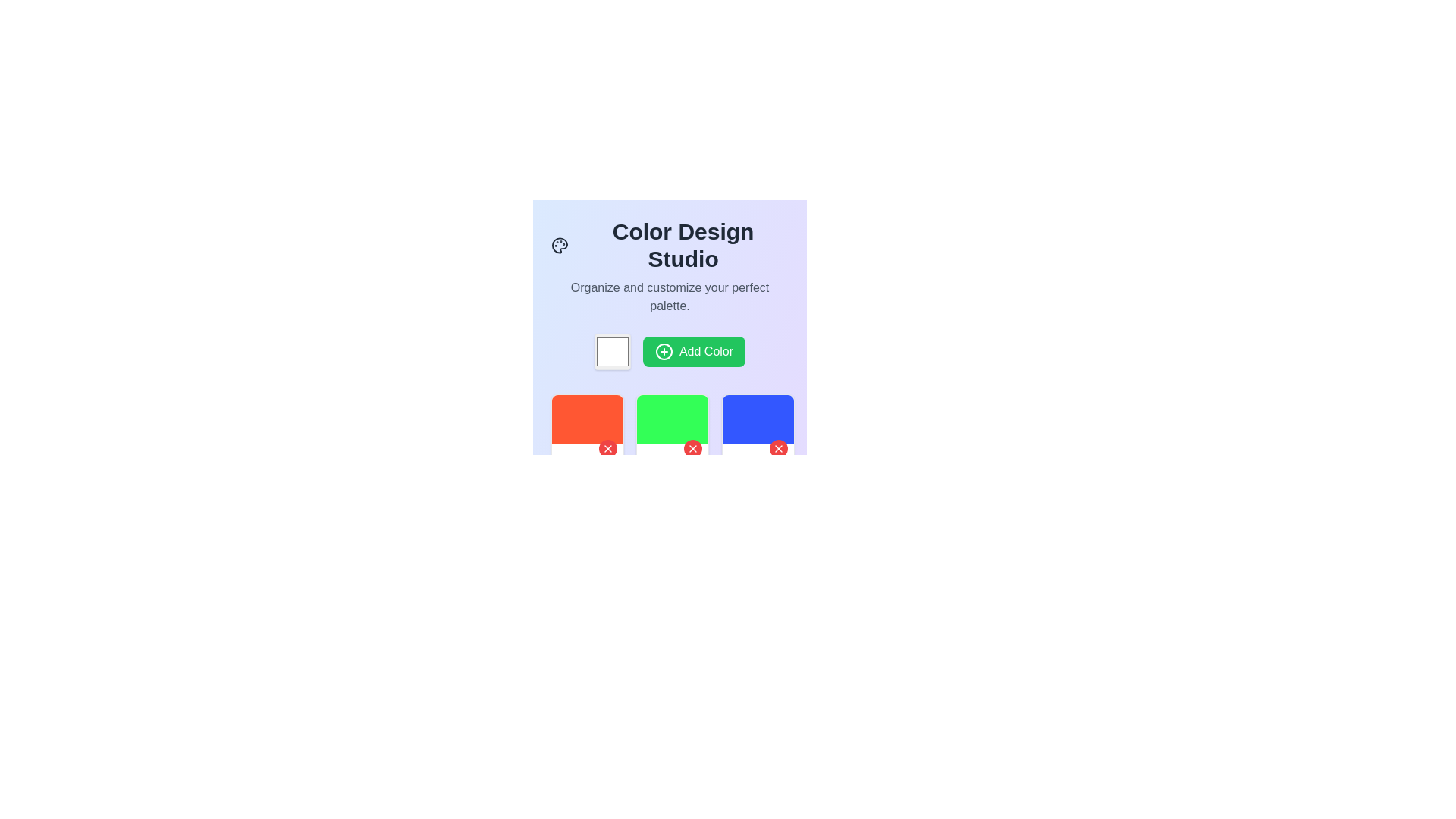 This screenshot has height=819, width=1456. I want to click on the color swatch visual indicator located in the top portion of the third square block in a horizontal row at the bottom of the interface, so click(758, 419).